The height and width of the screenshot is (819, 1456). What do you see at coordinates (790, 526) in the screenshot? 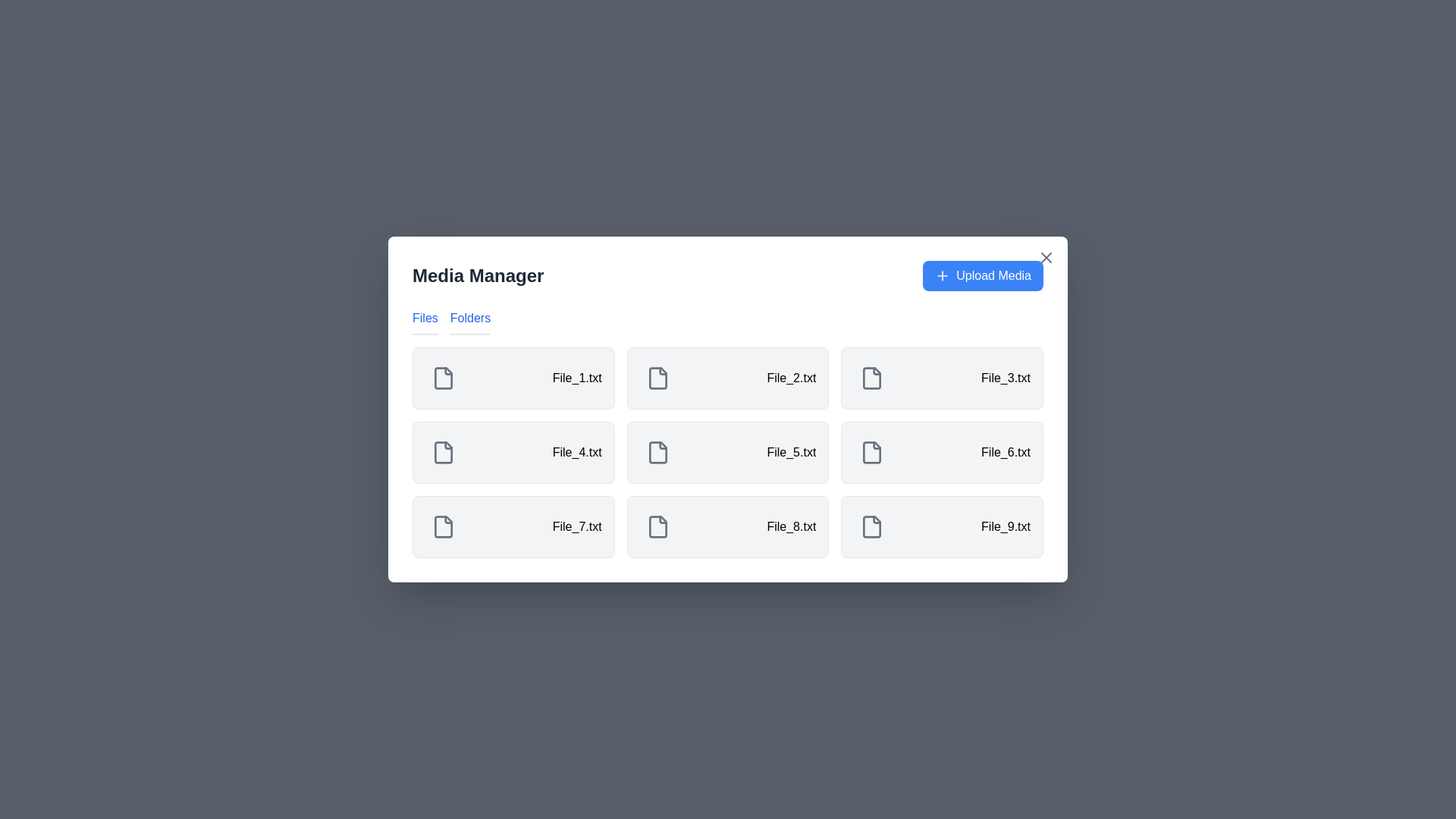
I see `the text label displaying 'File_8.txt' located inside a rectangular card in the second row, third column of the grid layout` at bounding box center [790, 526].